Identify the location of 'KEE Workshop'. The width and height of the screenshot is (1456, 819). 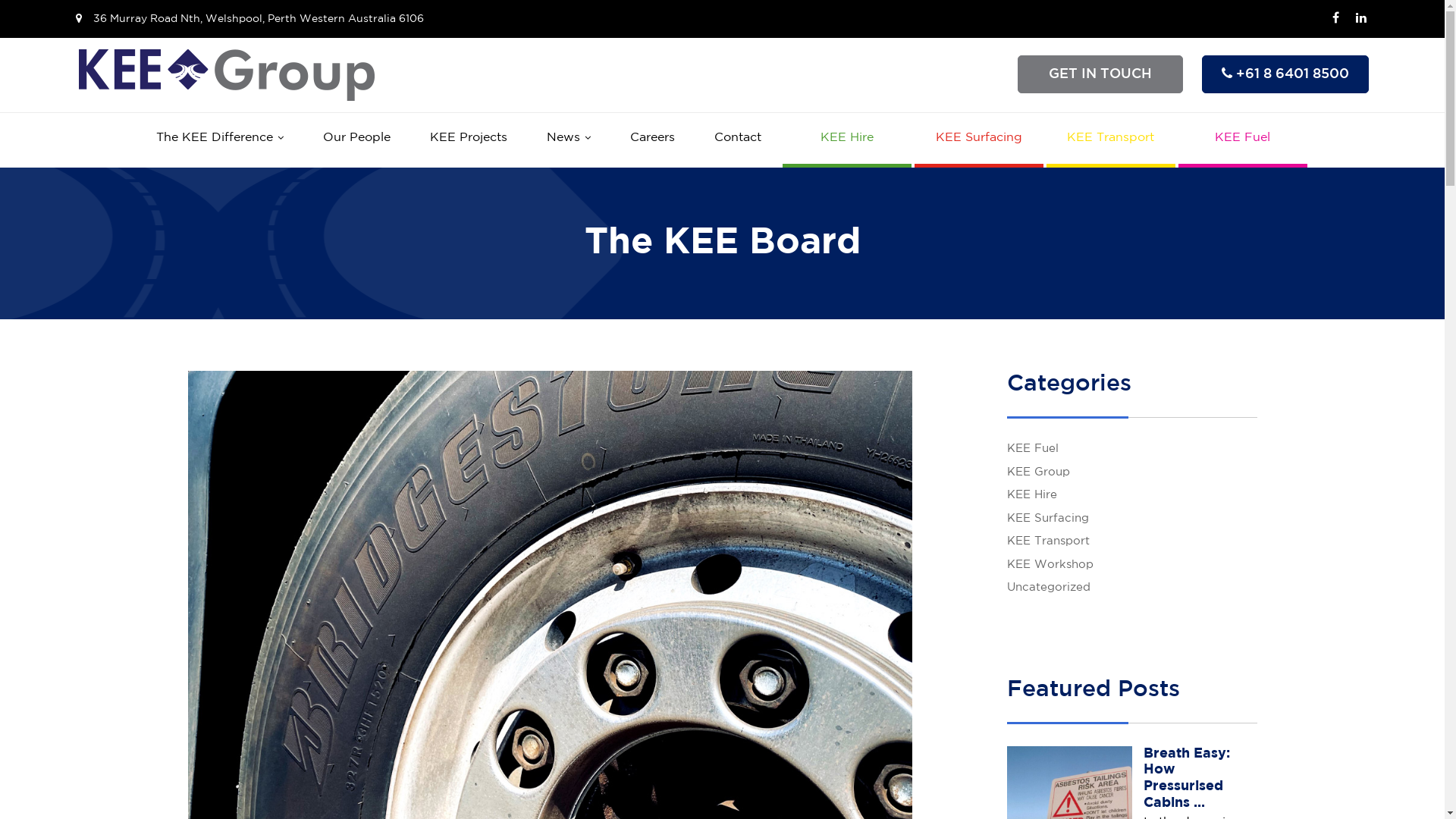
(1007, 564).